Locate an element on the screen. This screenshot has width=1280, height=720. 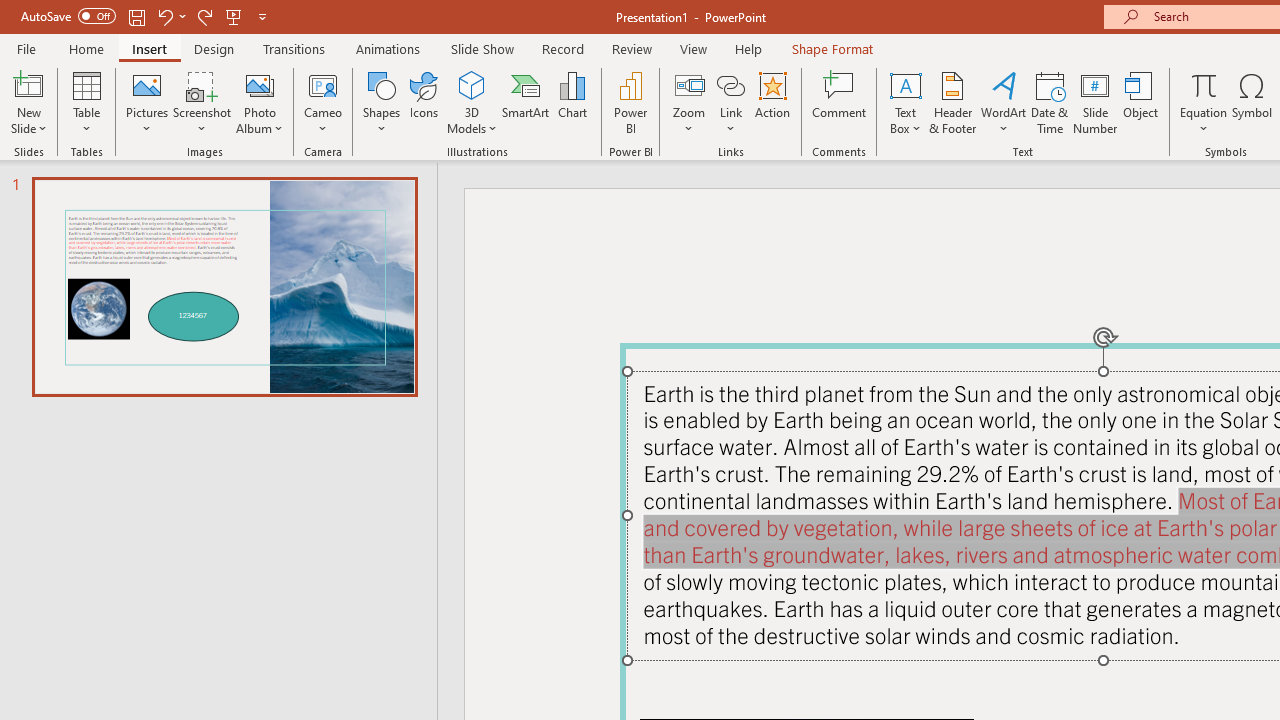
'Date & Time...' is located at coordinates (1049, 103).